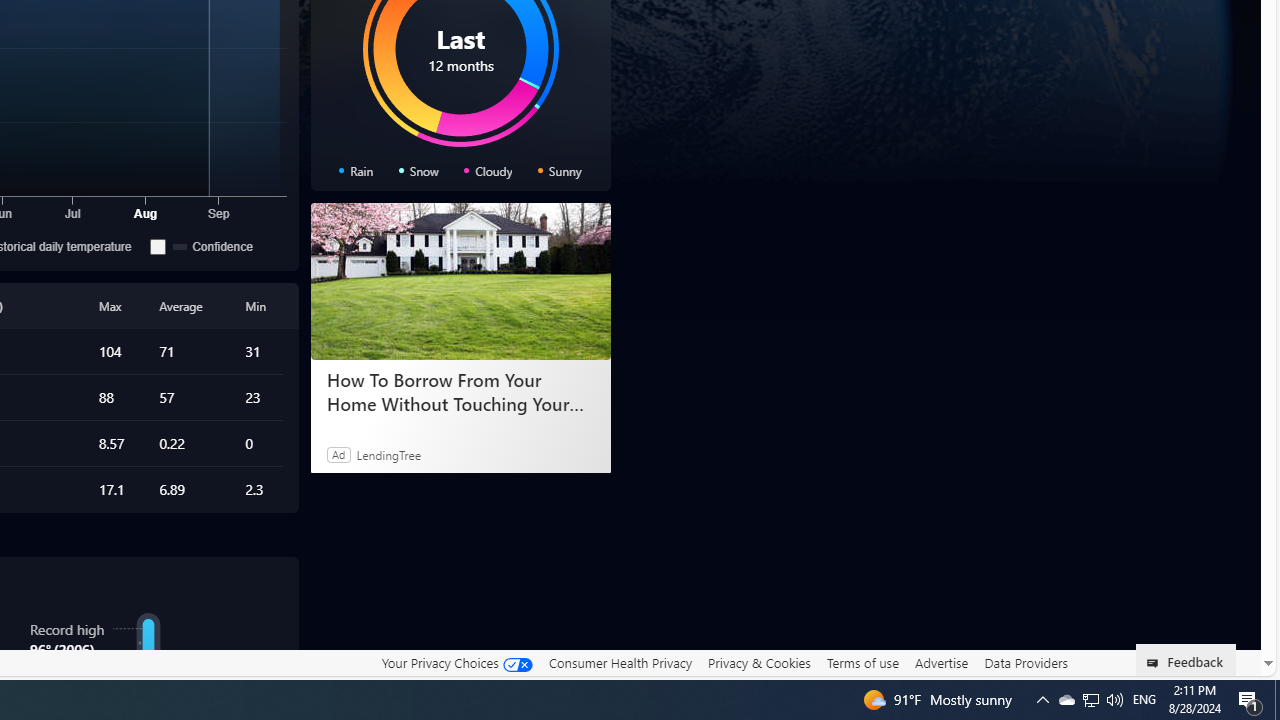 Image resolution: width=1280 pixels, height=720 pixels. What do you see at coordinates (1186, 659) in the screenshot?
I see `'Feedback'` at bounding box center [1186, 659].